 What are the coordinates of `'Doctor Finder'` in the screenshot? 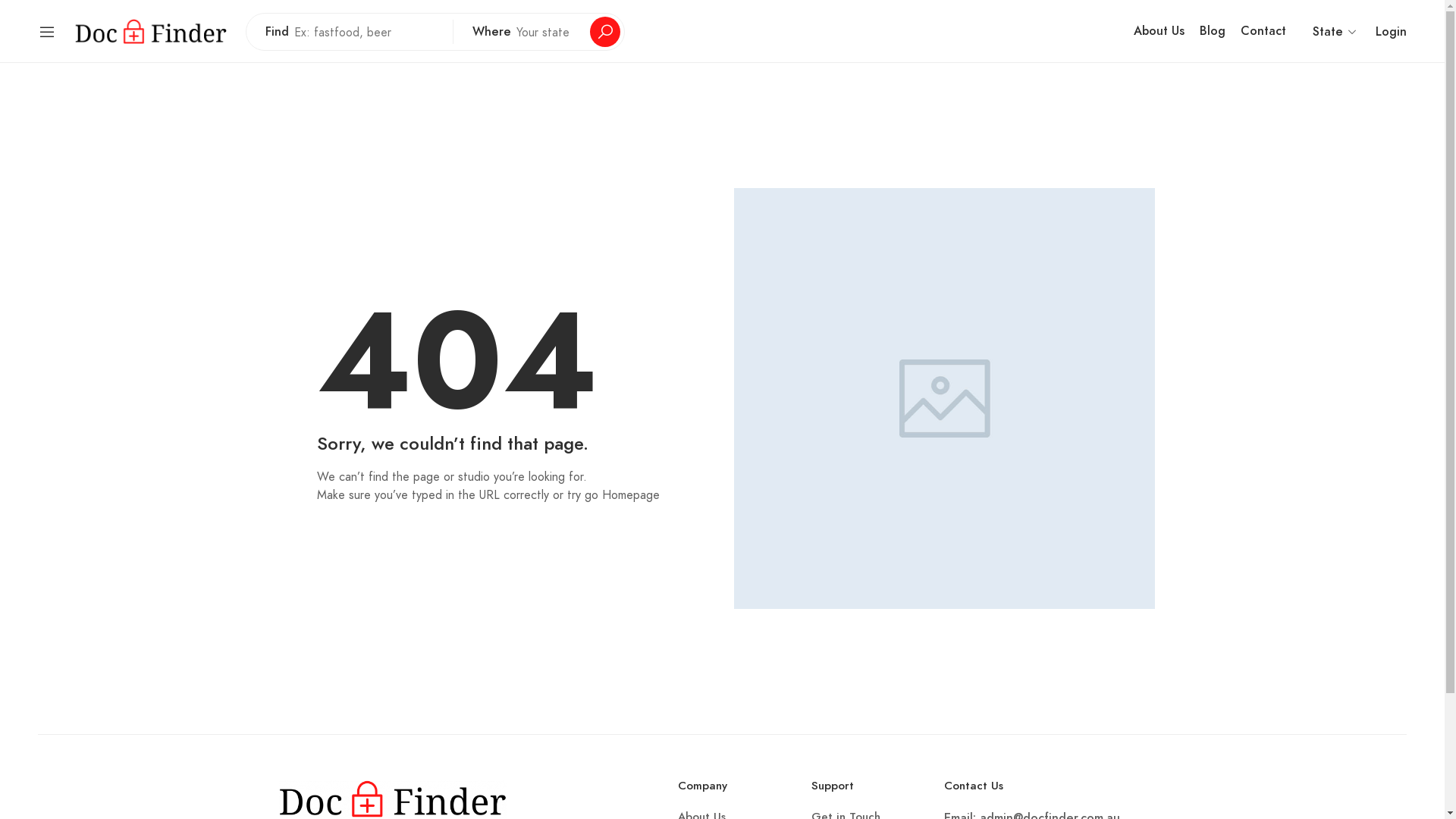 It's located at (150, 30).